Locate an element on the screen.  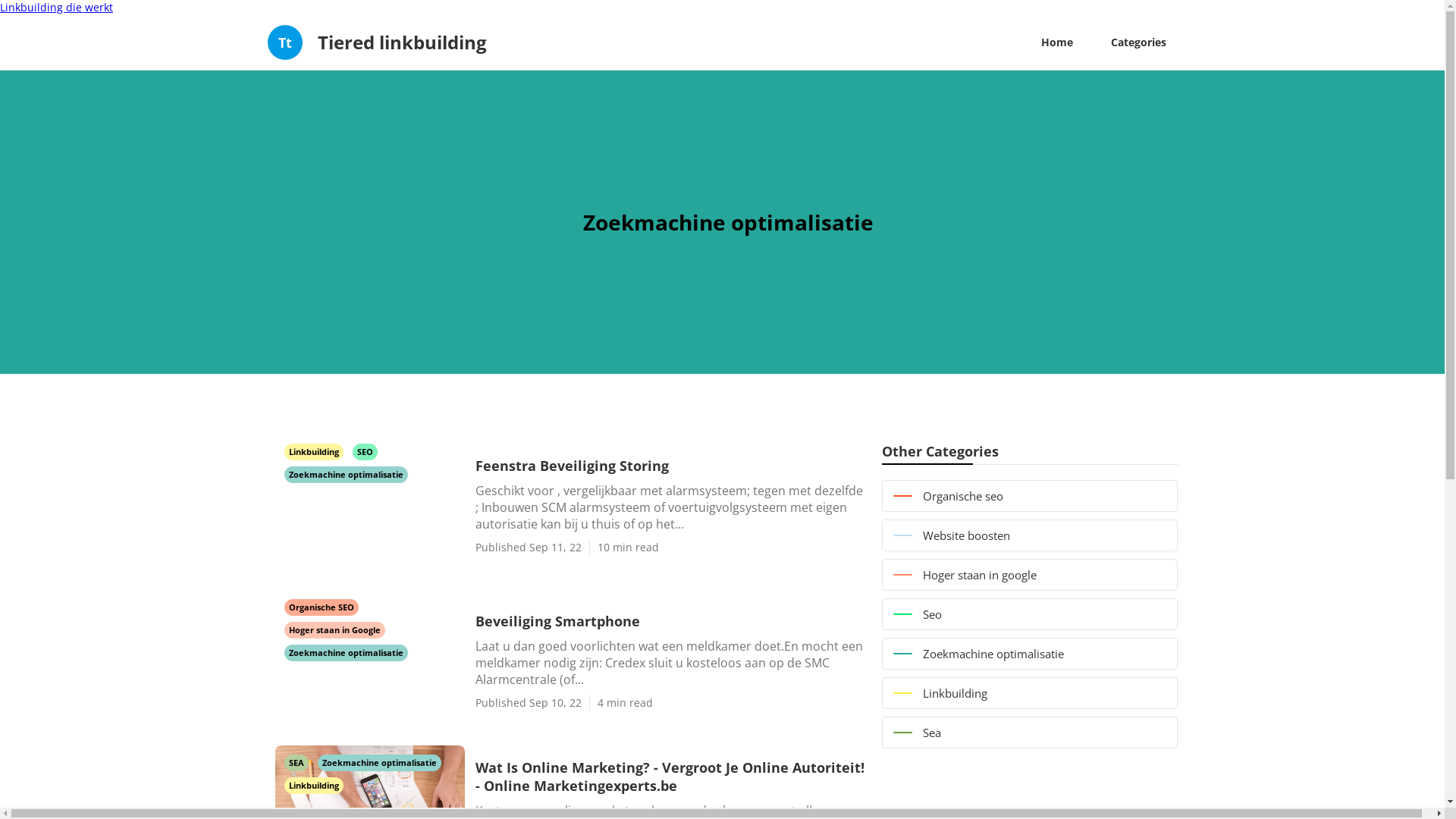
'Website boosten' is located at coordinates (1029, 534).